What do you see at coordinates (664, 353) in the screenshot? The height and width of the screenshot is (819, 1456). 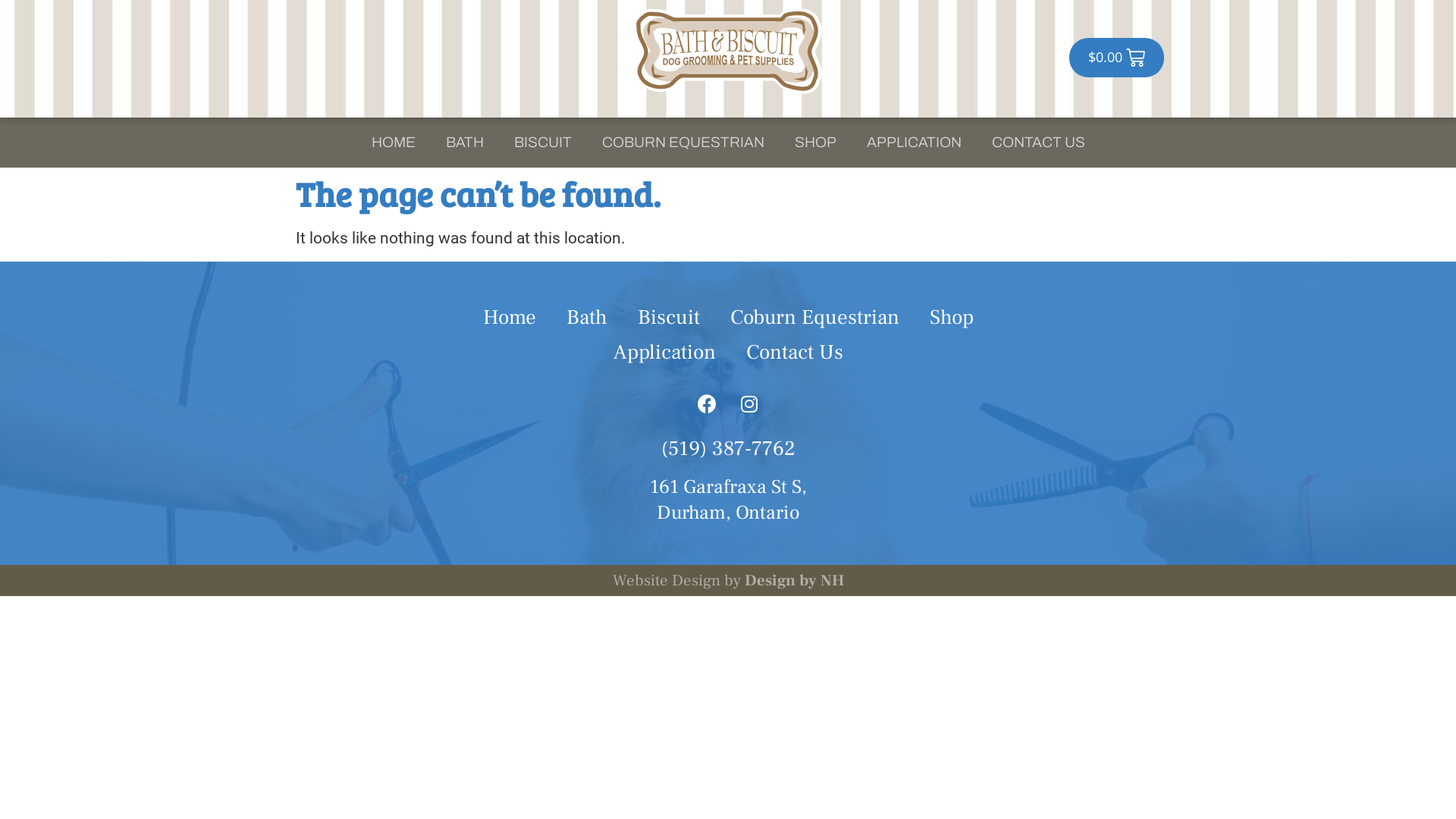 I see `'Application'` at bounding box center [664, 353].